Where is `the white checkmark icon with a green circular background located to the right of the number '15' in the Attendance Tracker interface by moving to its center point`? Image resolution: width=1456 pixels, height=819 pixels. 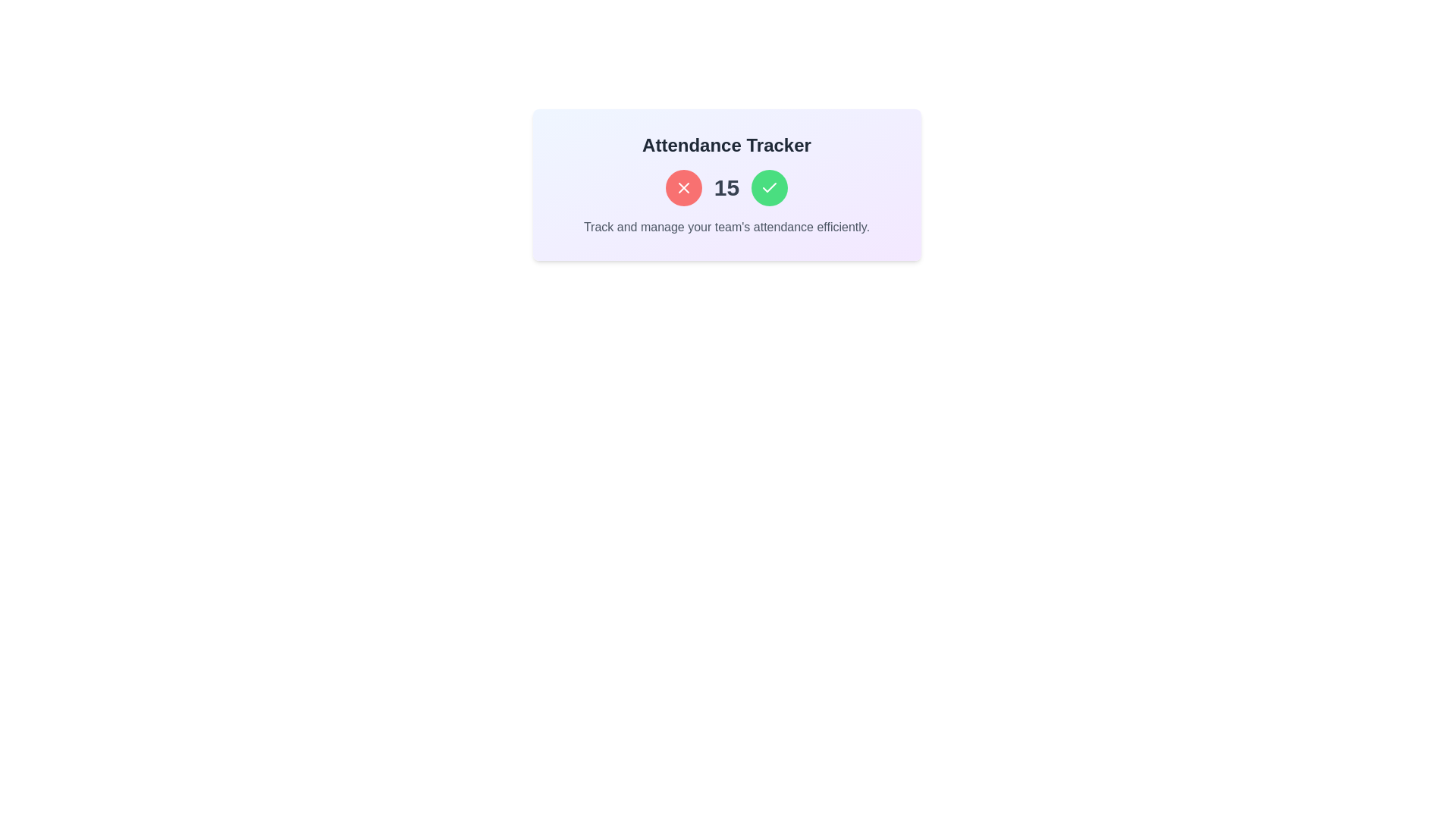 the white checkmark icon with a green circular background located to the right of the number '15' in the Attendance Tracker interface by moving to its center point is located at coordinates (770, 187).